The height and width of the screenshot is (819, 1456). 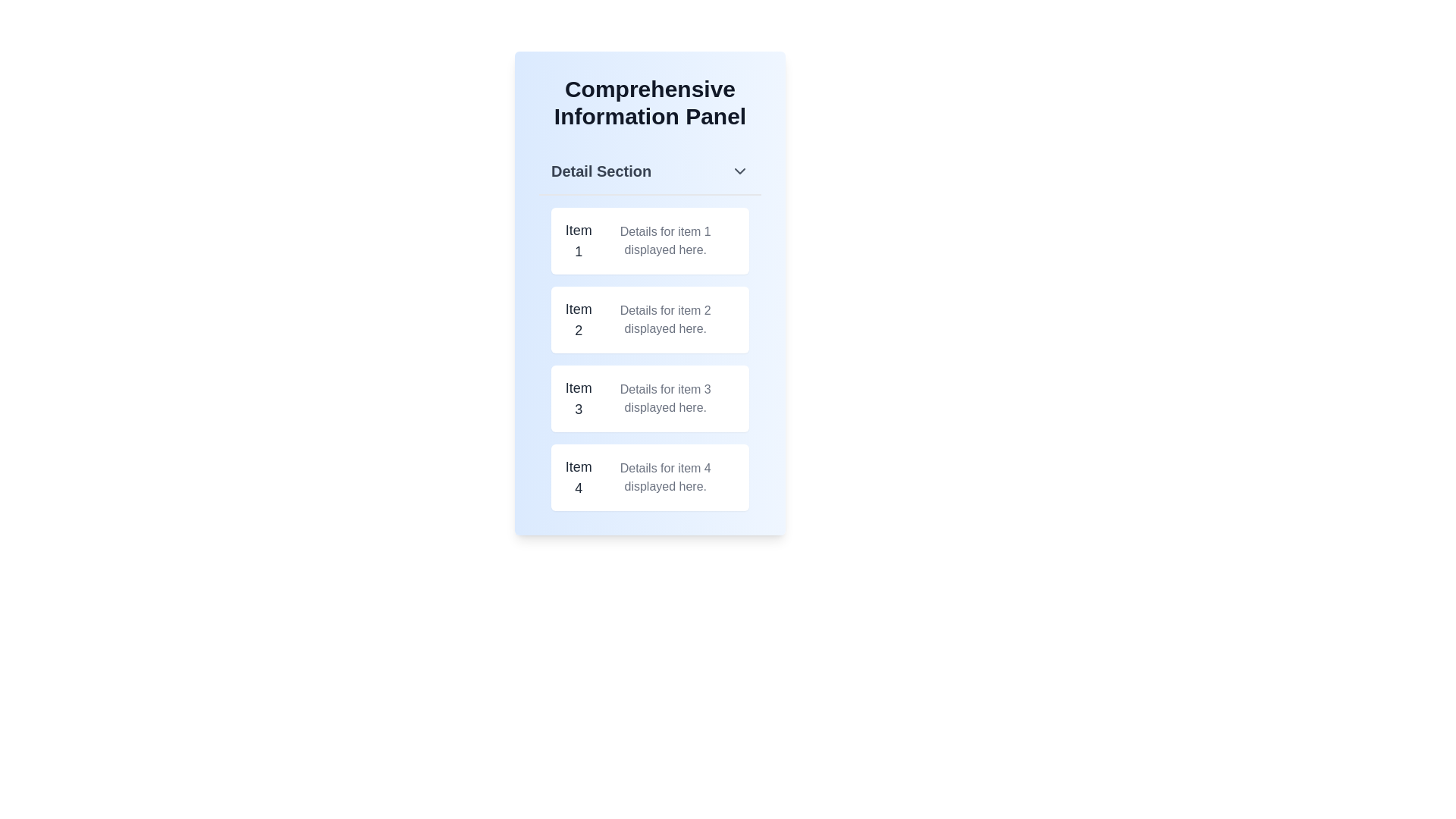 I want to click on the information display item for 'Item 2' in the Comprehensive Information Panel to make a selection, so click(x=650, y=318).